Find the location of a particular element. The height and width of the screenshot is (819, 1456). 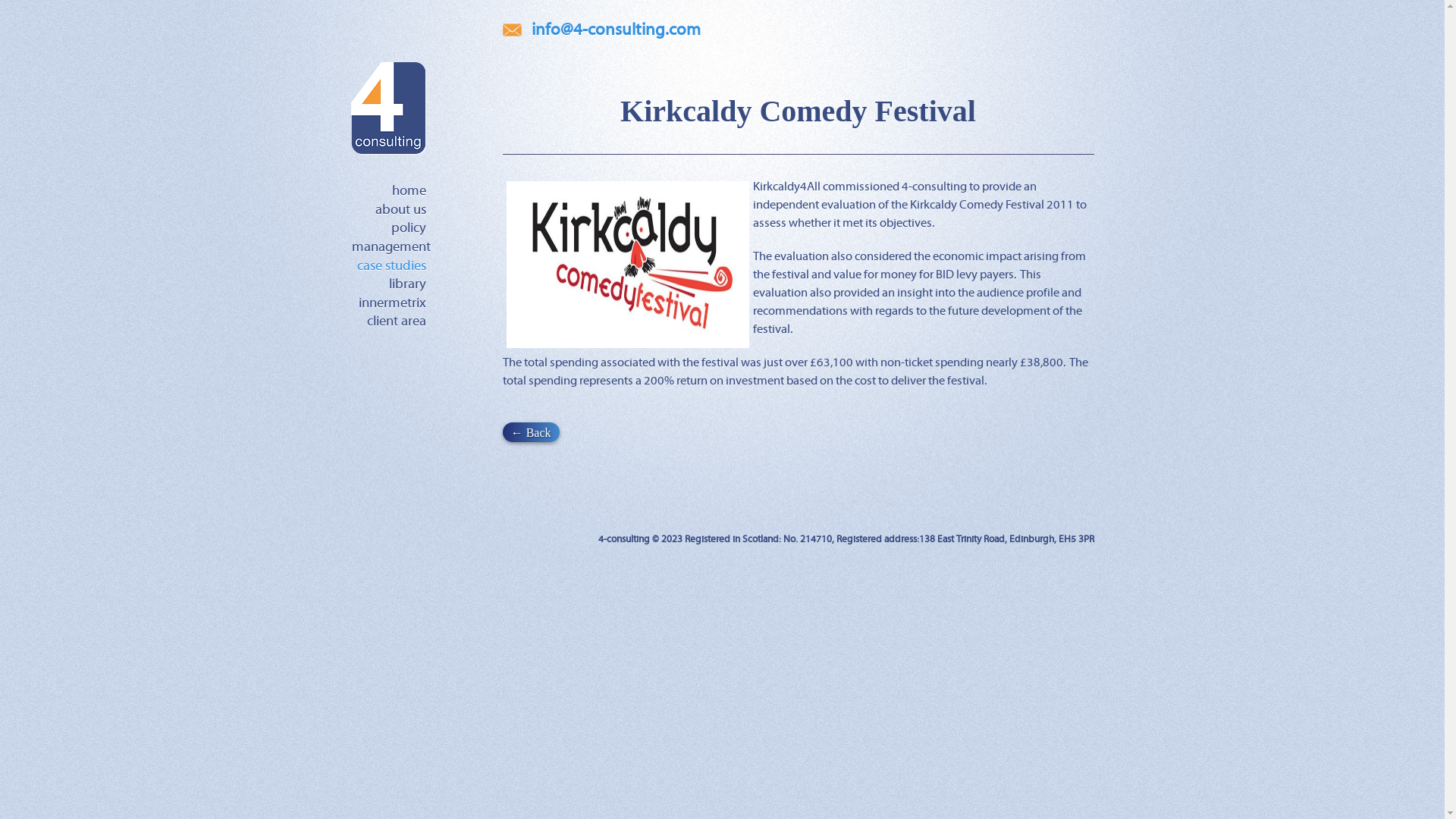

'policy' is located at coordinates (408, 227).